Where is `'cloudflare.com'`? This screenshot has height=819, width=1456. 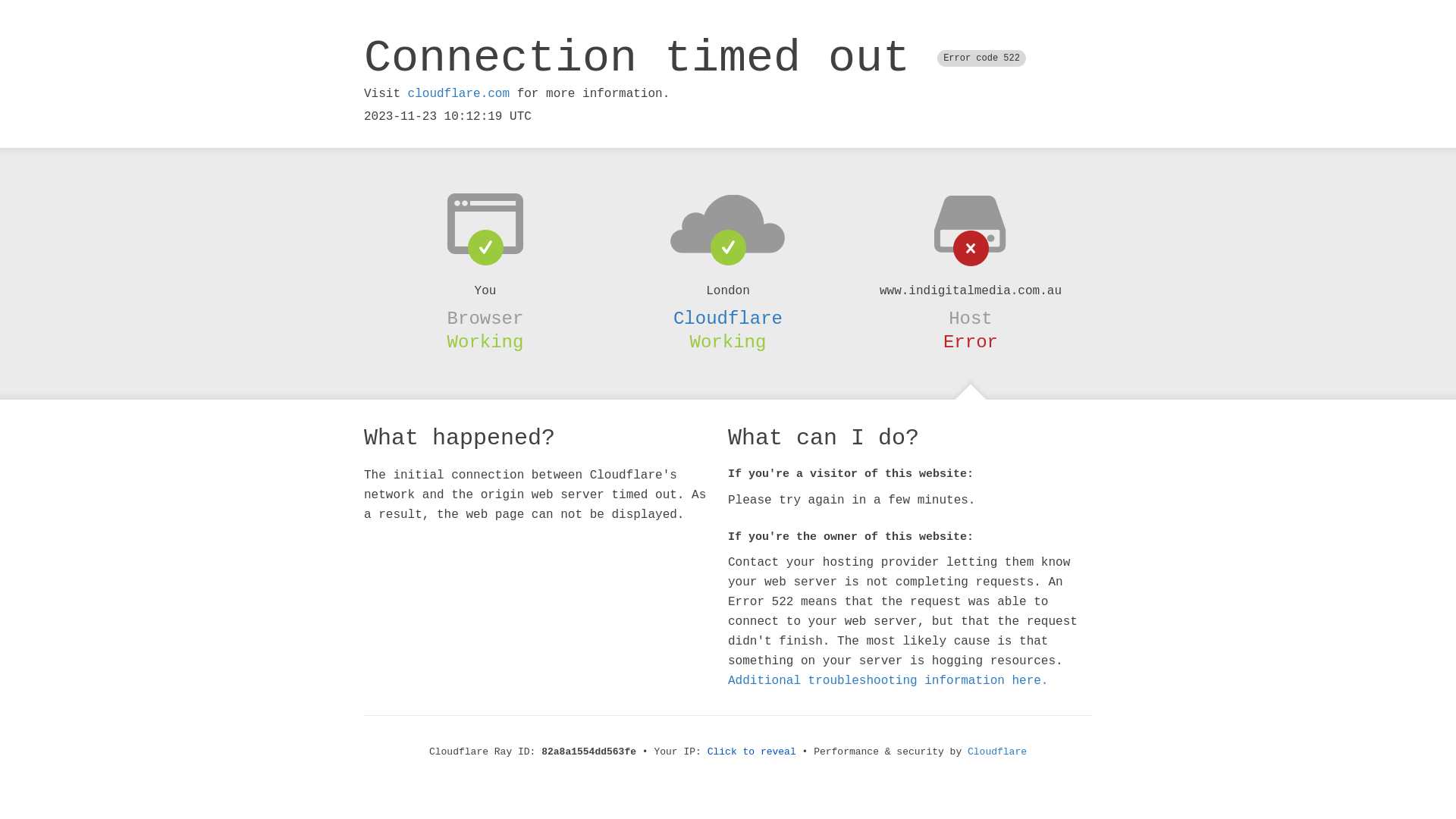
'cloudflare.com' is located at coordinates (457, 93).